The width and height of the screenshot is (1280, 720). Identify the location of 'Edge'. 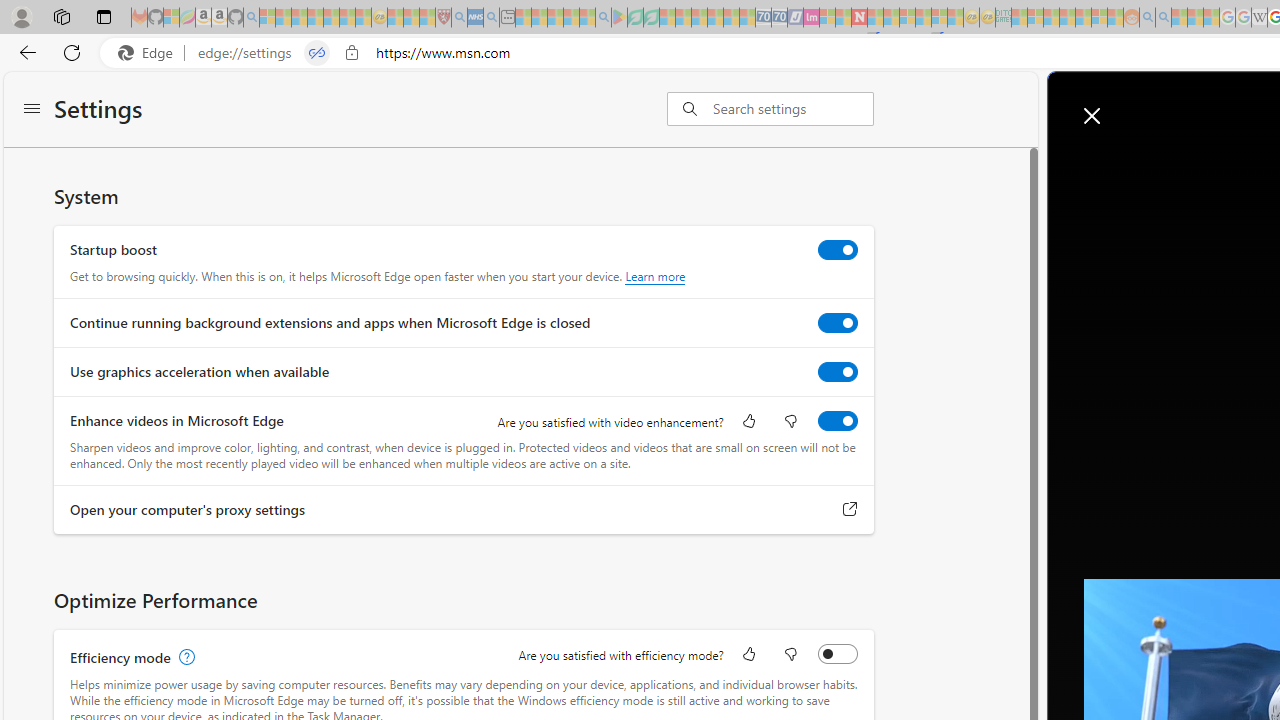
(149, 52).